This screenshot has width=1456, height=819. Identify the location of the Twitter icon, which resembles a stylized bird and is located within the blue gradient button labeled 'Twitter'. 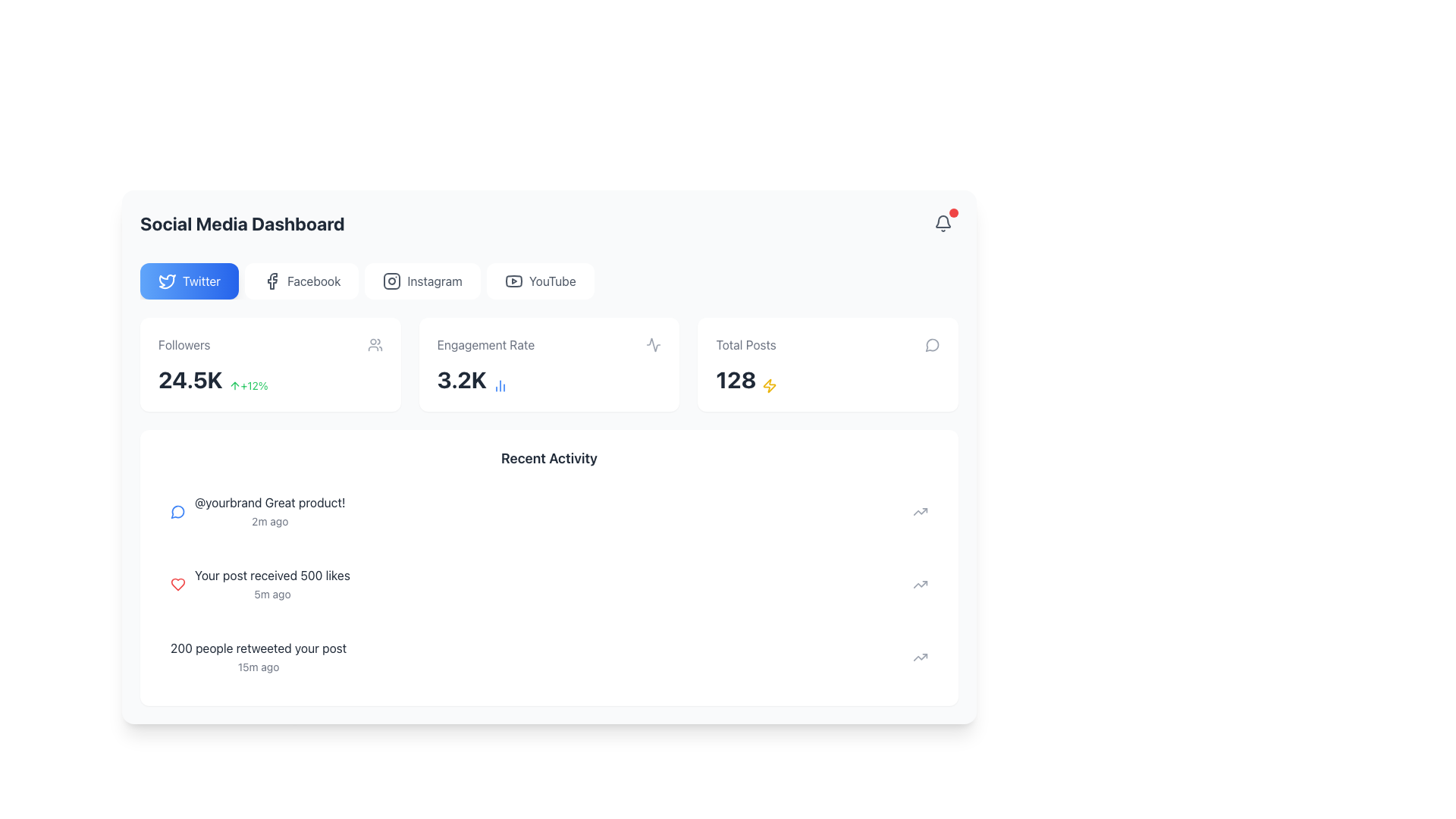
(167, 281).